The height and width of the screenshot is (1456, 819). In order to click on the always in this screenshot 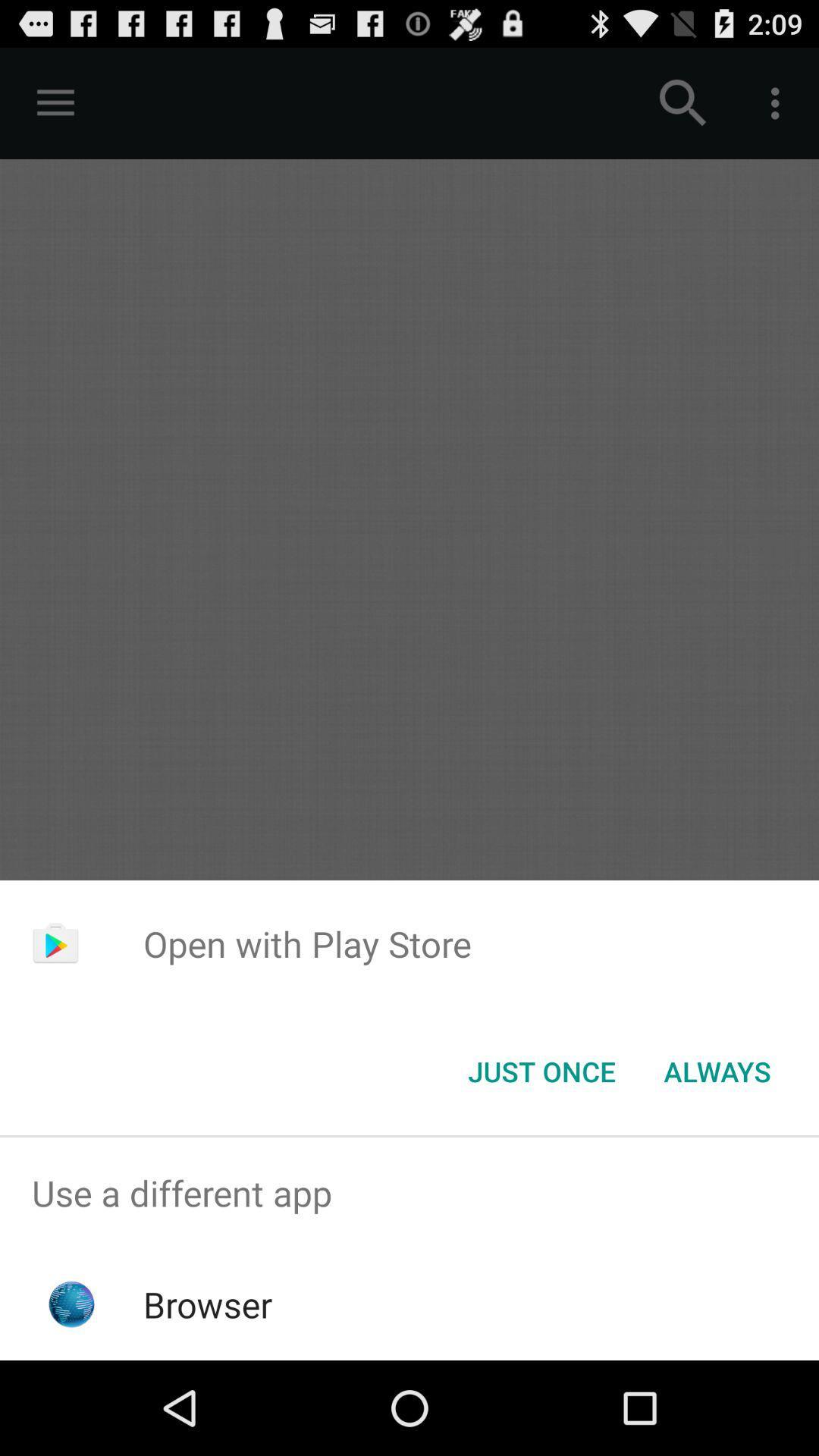, I will do `click(717, 1070)`.